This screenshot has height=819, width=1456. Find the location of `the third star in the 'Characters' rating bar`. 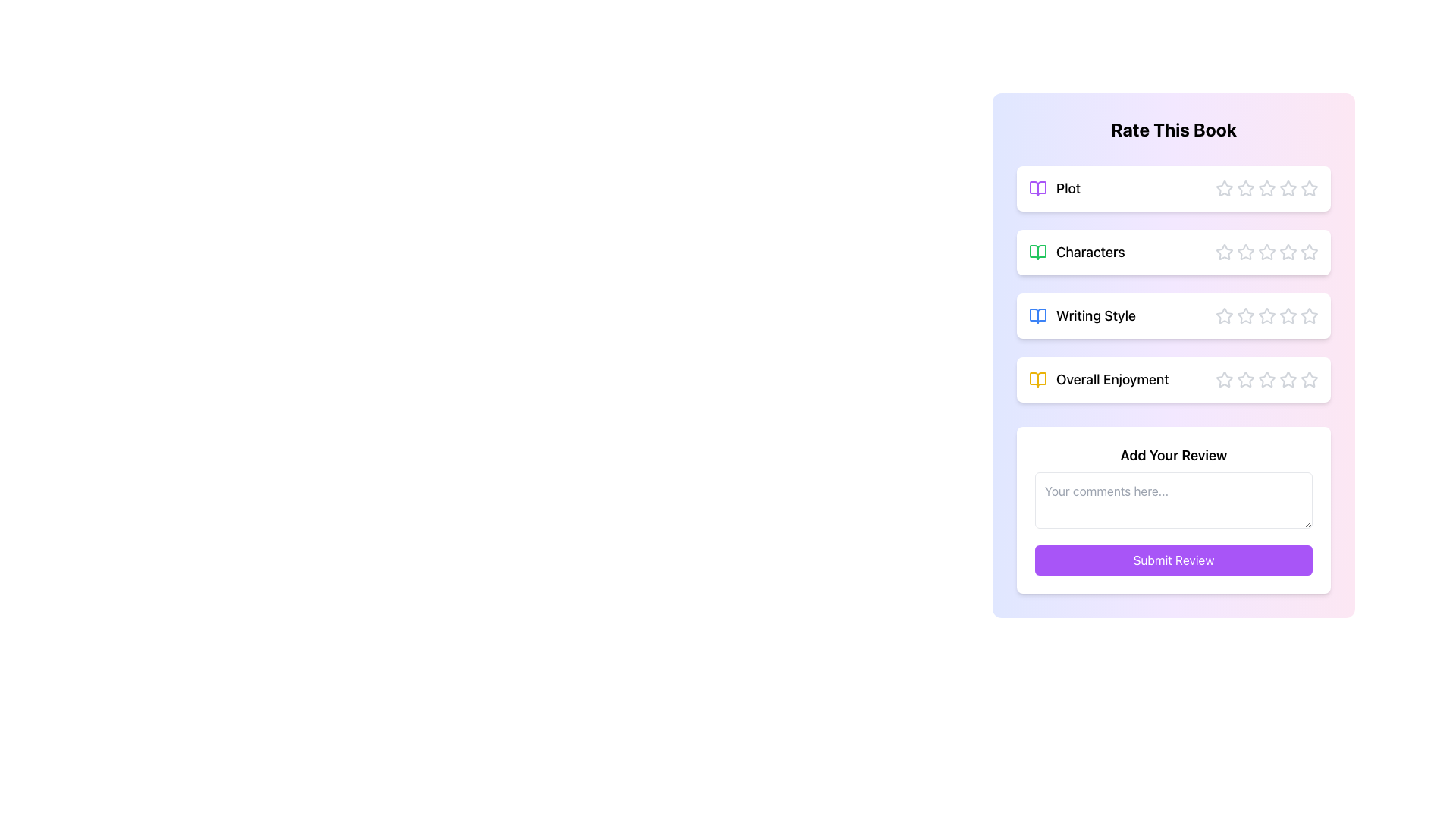

the third star in the 'Characters' rating bar is located at coordinates (1266, 251).